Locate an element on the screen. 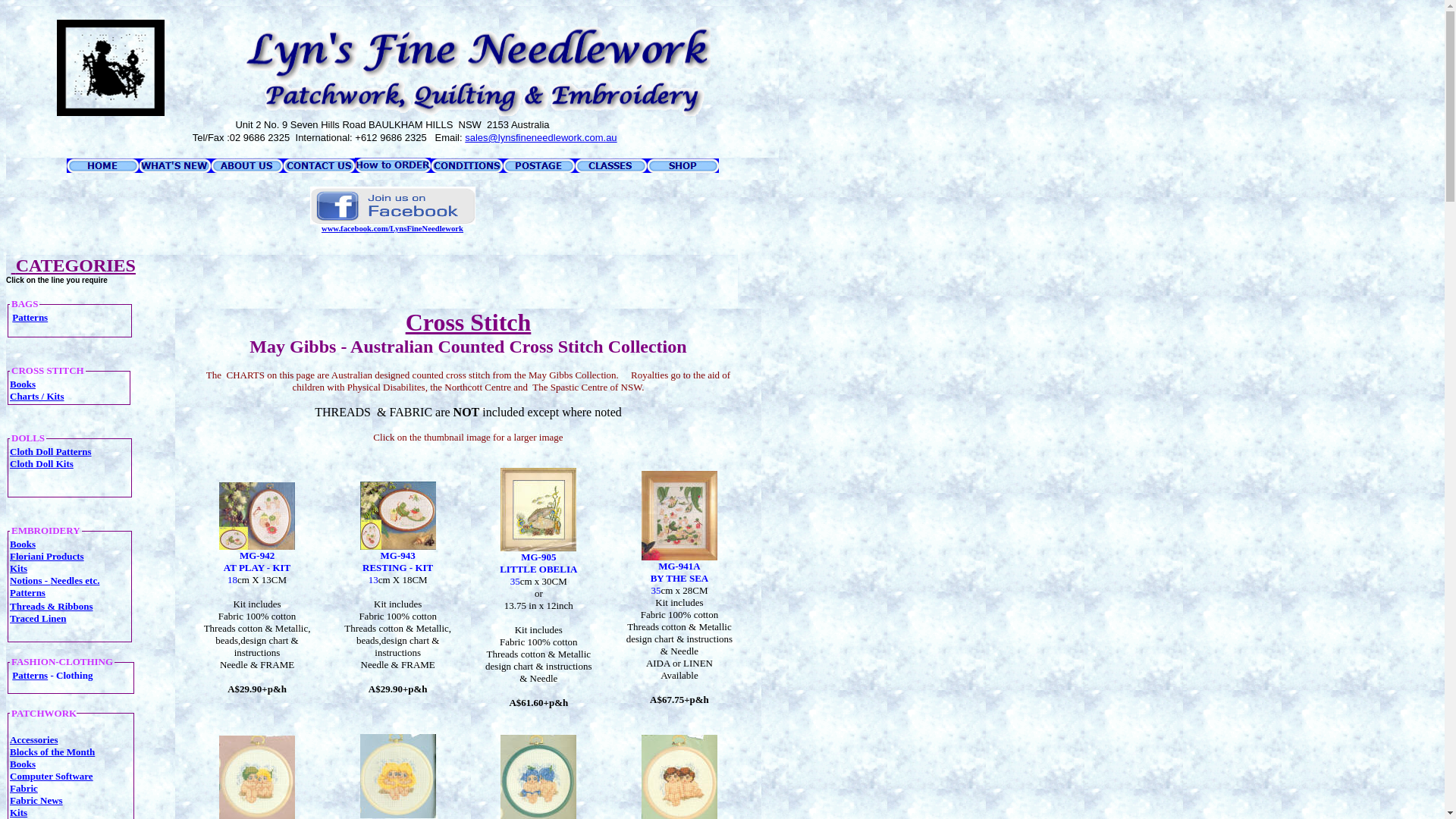 This screenshot has width=1456, height=819. 'www.facebook.com/LynsFineNeedlework' is located at coordinates (320, 228).